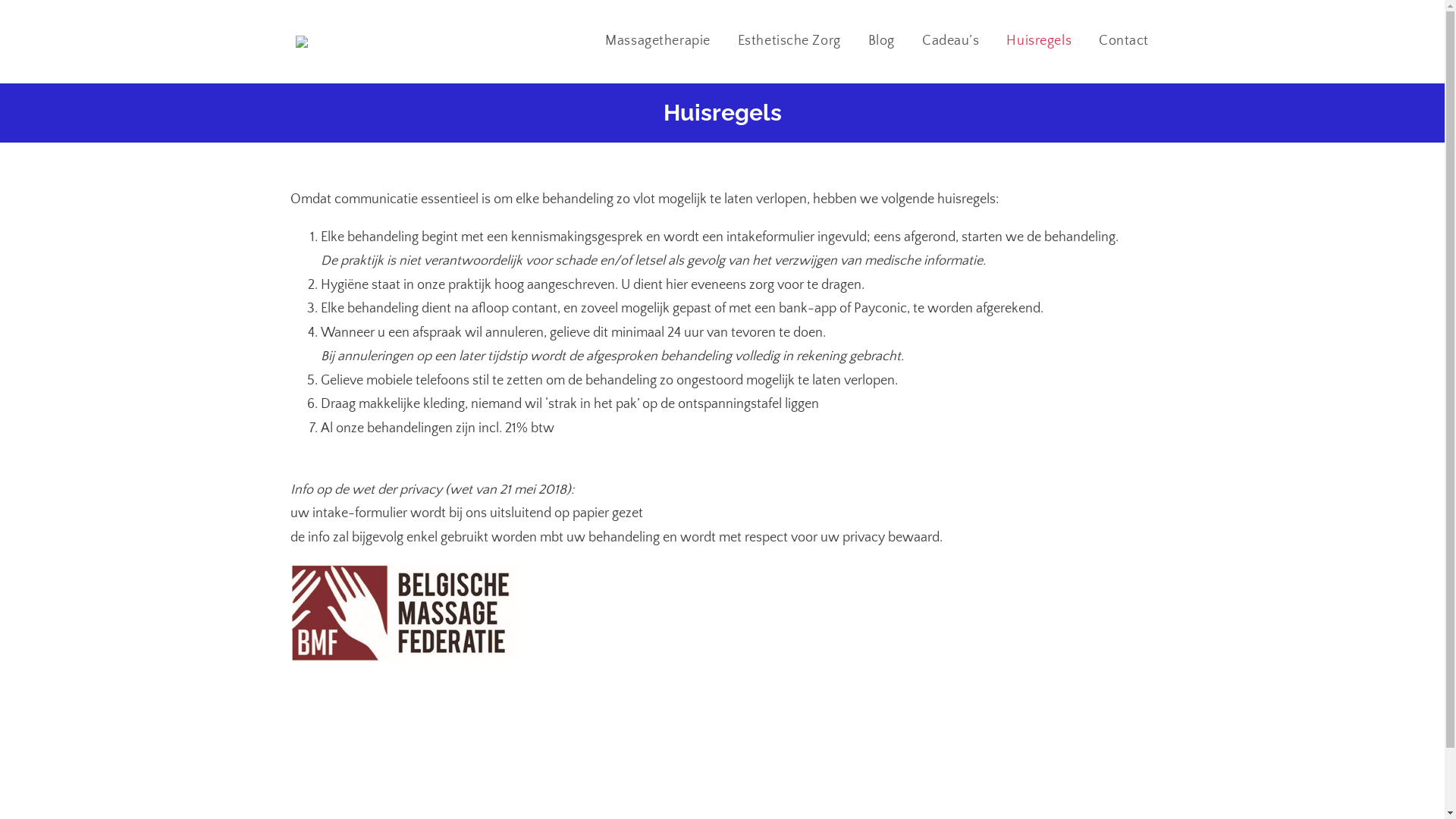 This screenshot has width=1456, height=819. I want to click on 'Esthetische Zorg', so click(789, 40).